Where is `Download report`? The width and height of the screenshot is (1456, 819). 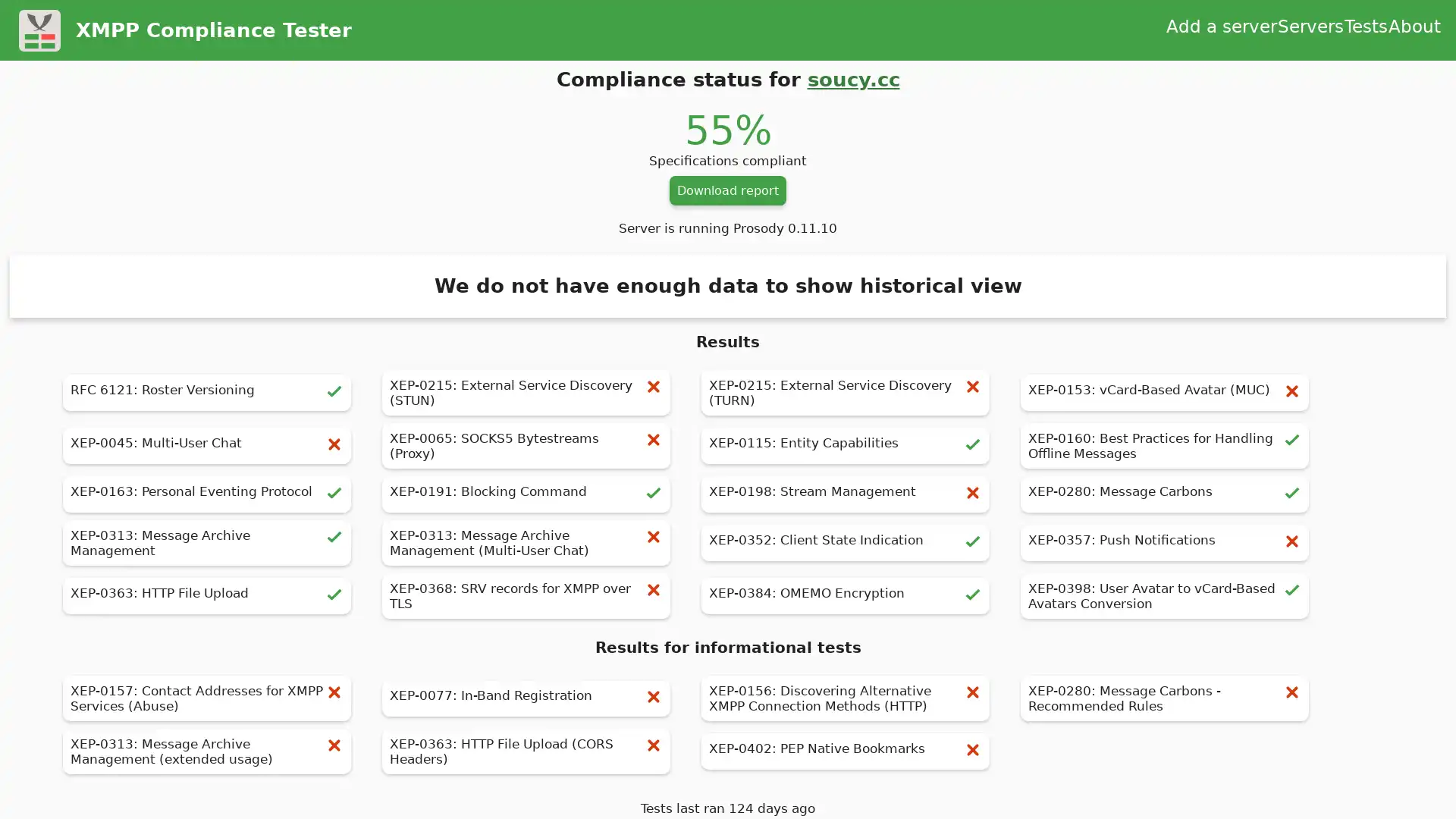
Download report is located at coordinates (728, 189).